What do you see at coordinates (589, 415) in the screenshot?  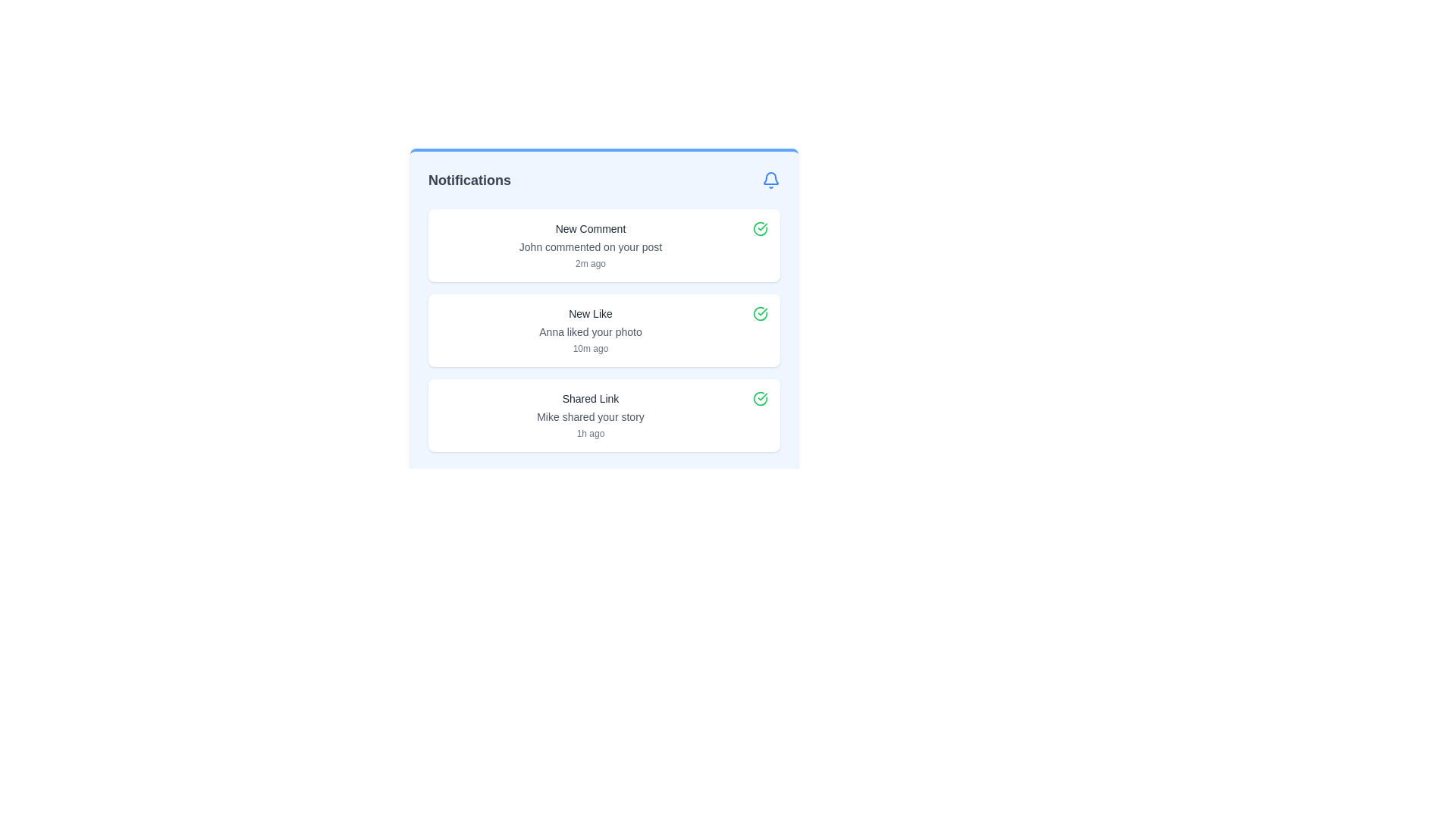 I see `the notification item titled 'Shared Link'` at bounding box center [589, 415].